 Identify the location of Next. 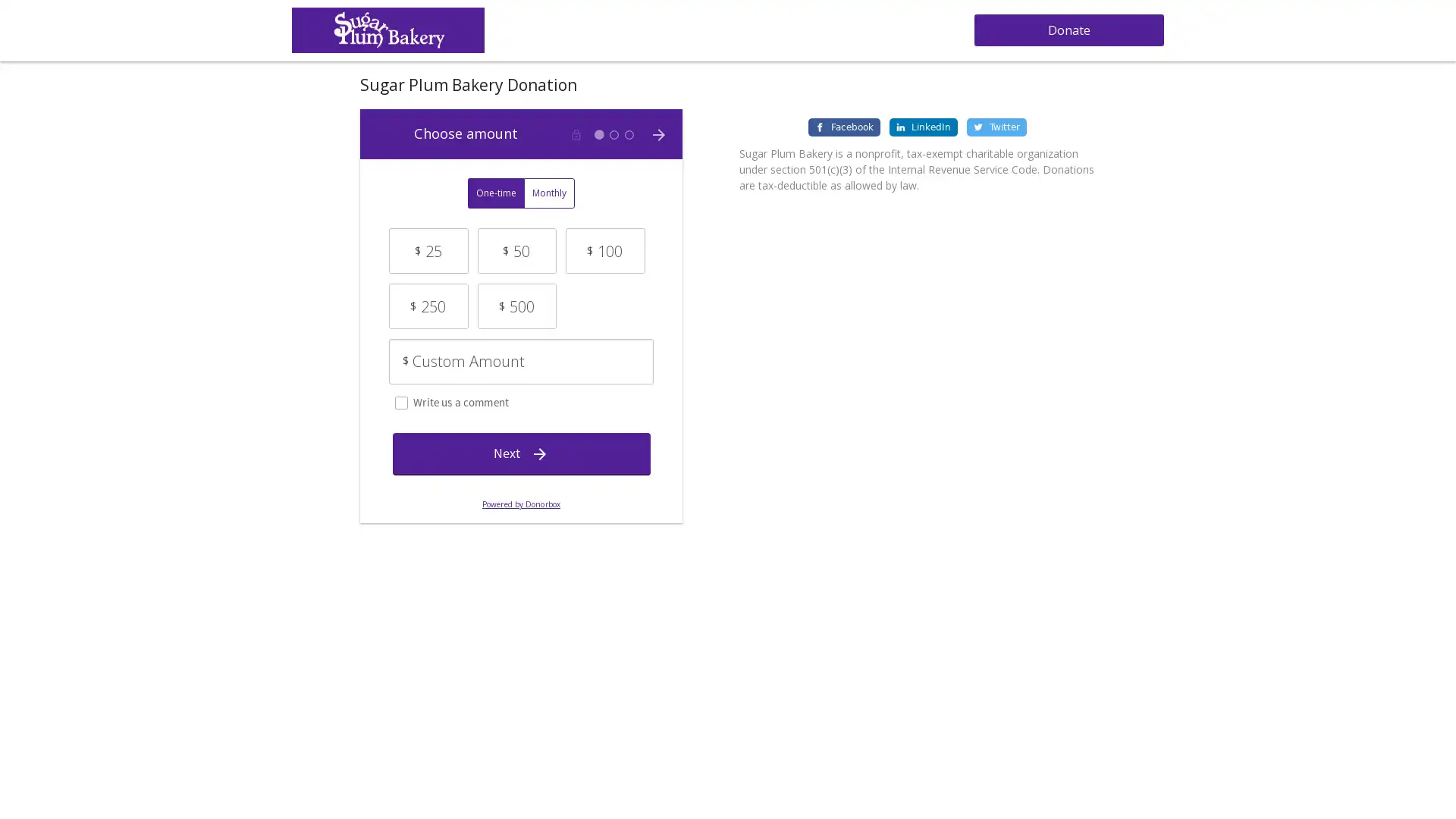
(520, 452).